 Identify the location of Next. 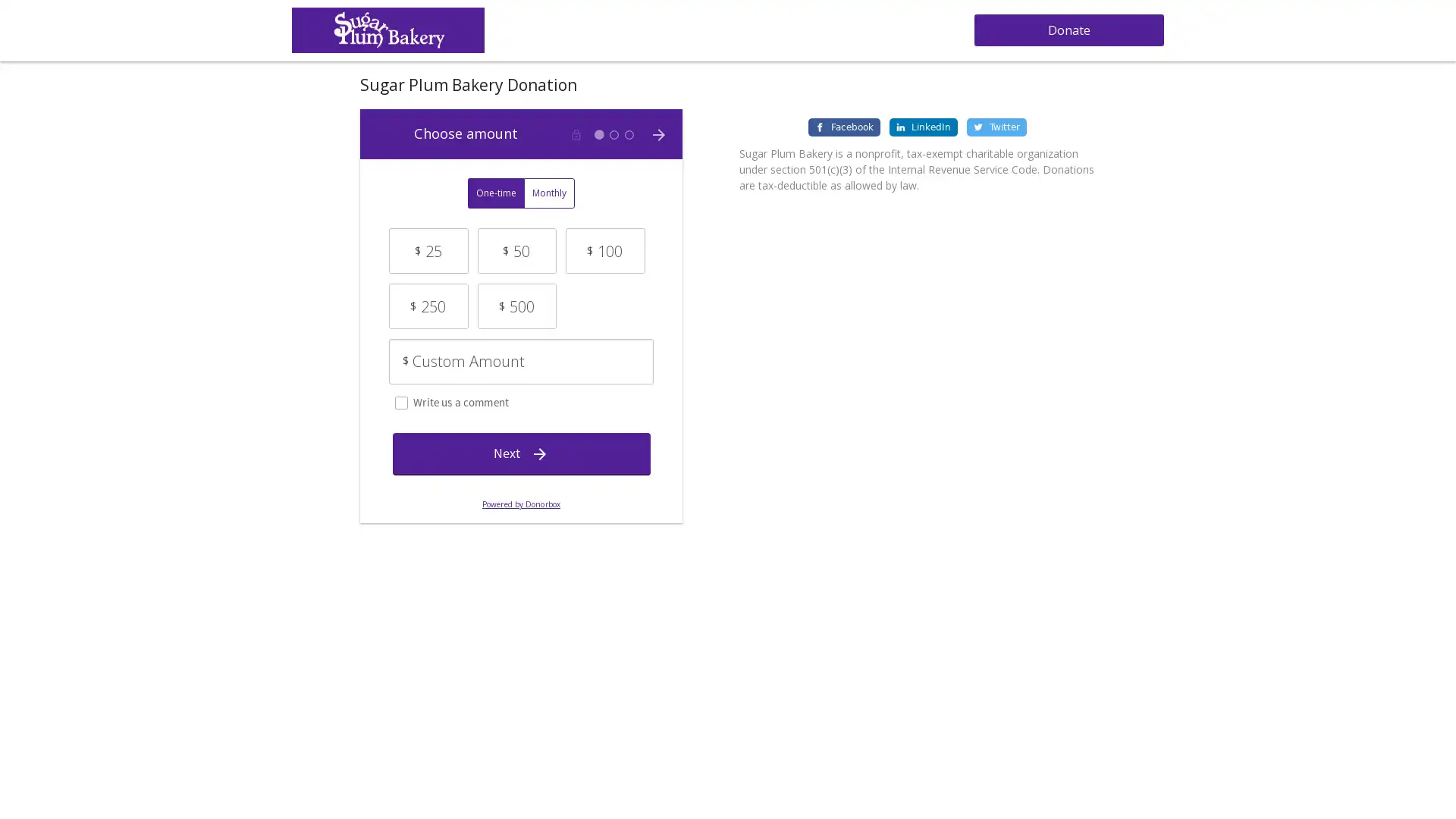
(520, 452).